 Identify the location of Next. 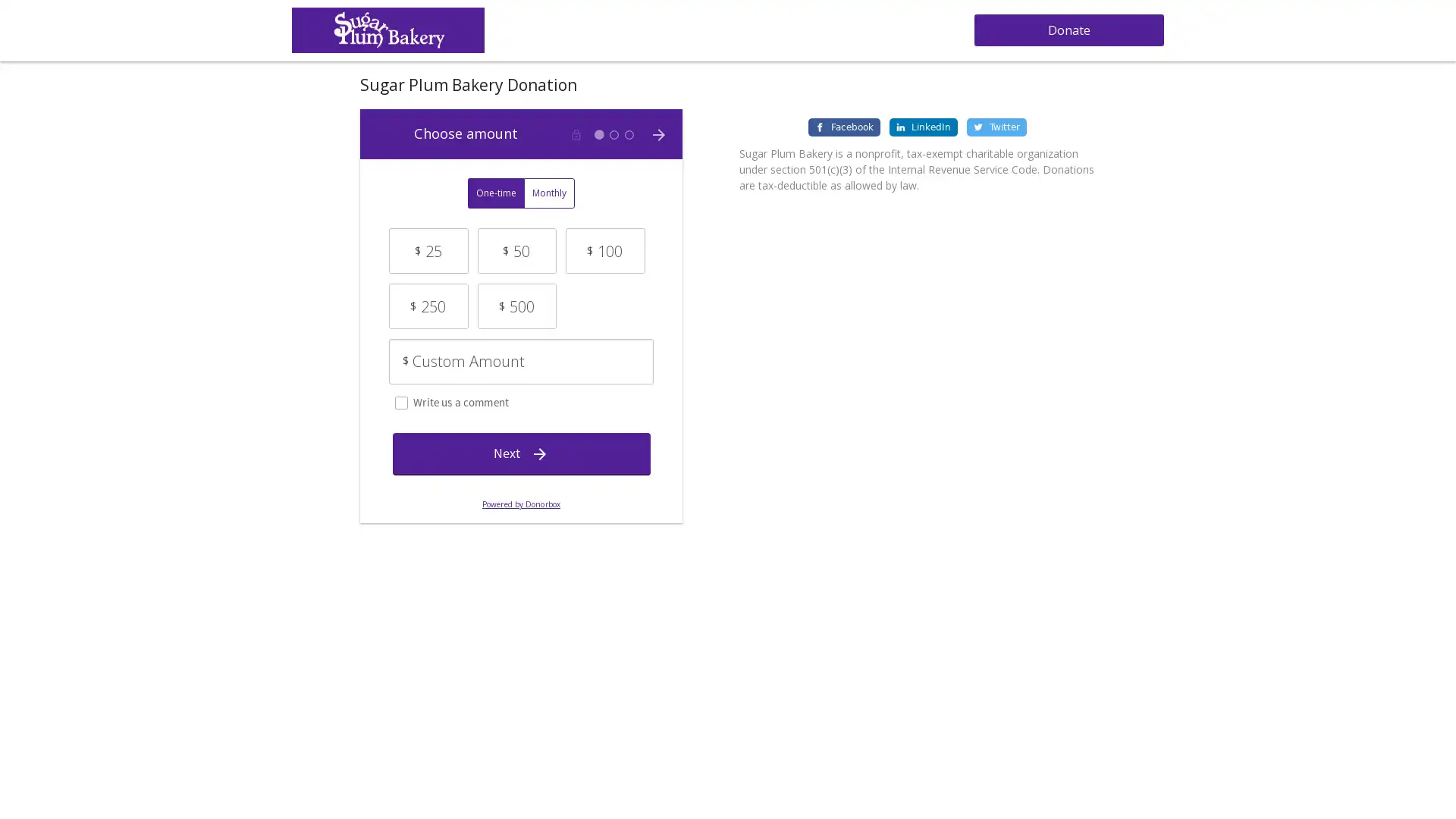
(520, 452).